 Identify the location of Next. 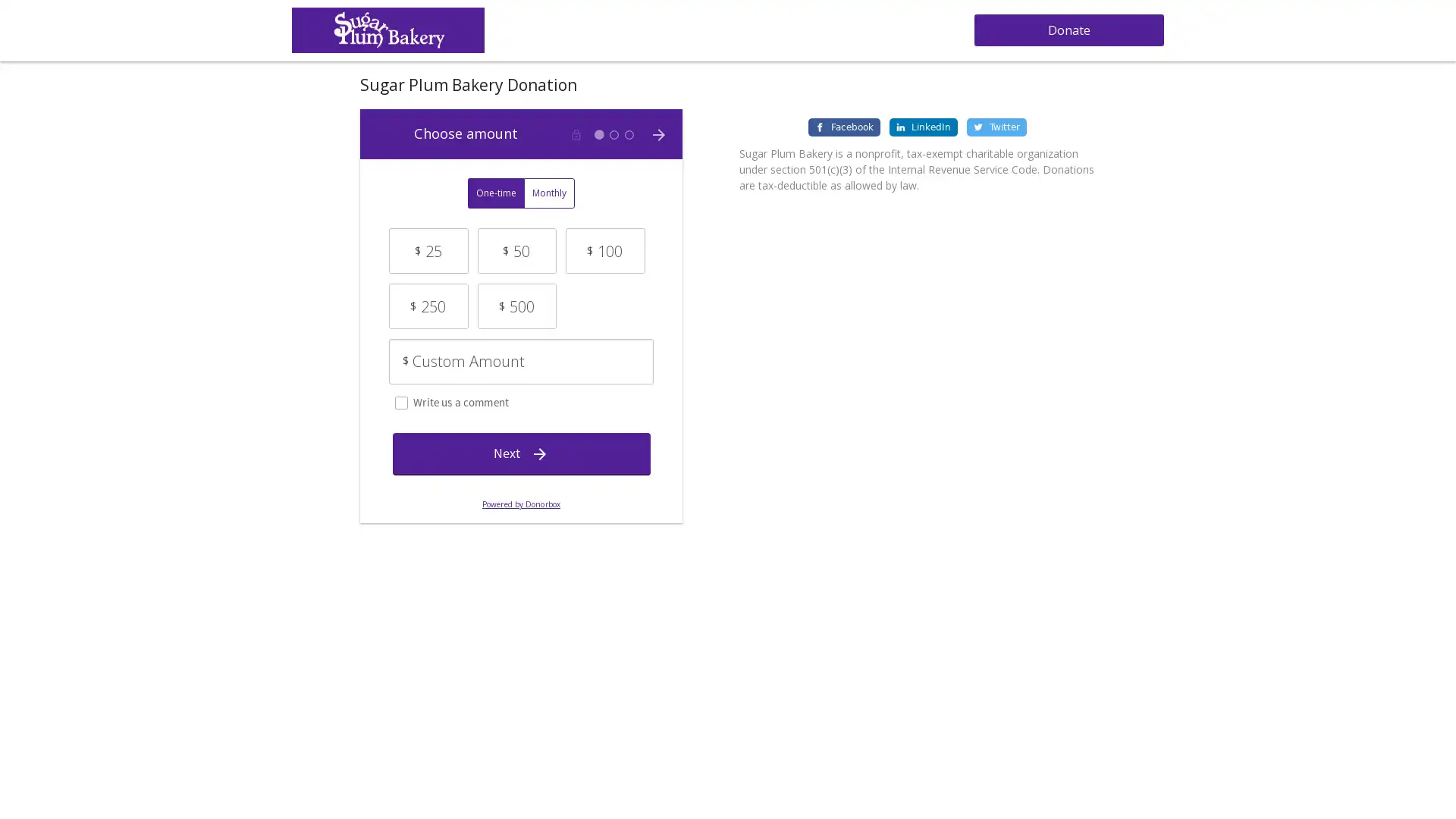
(520, 452).